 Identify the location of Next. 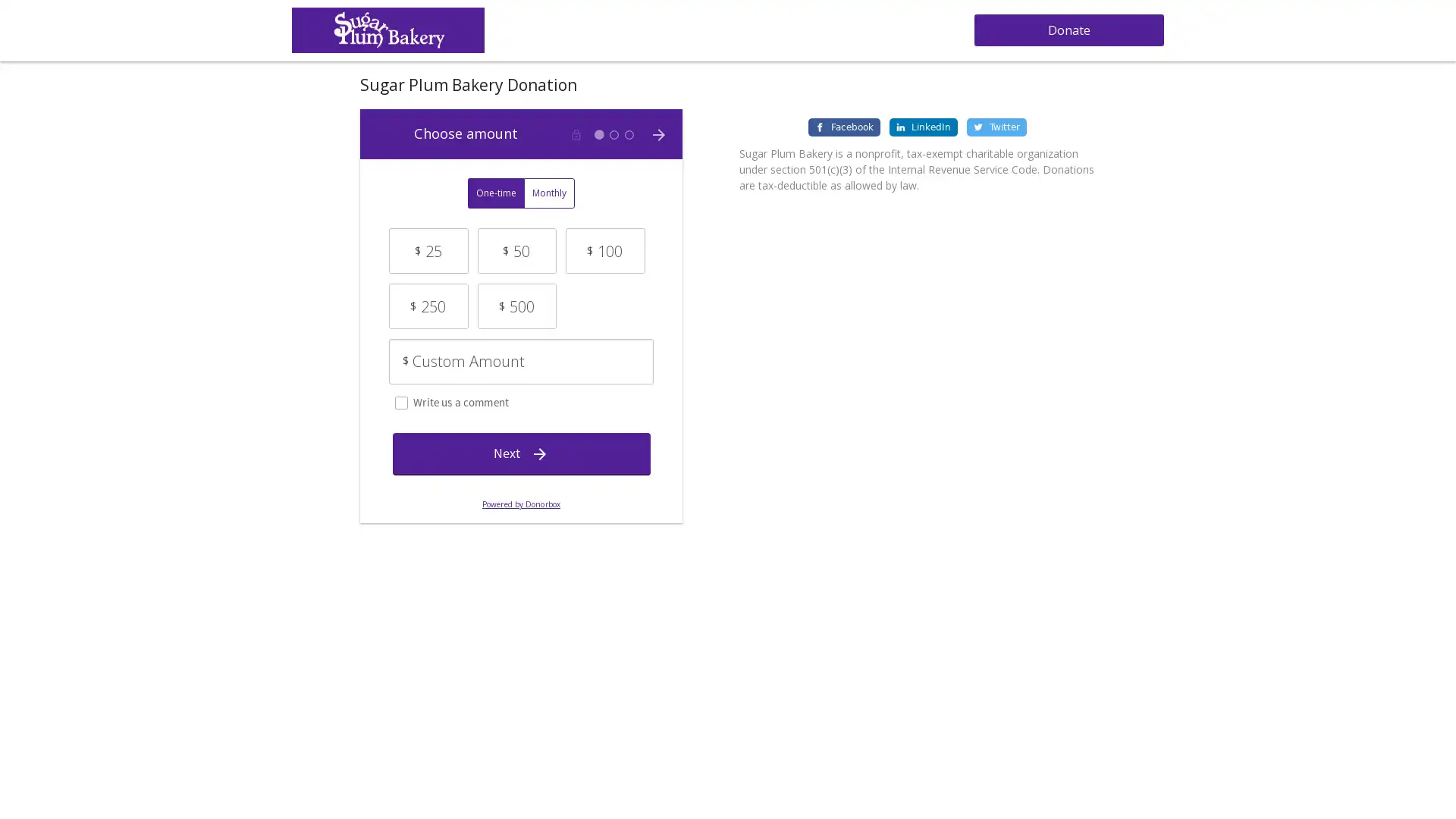
(520, 452).